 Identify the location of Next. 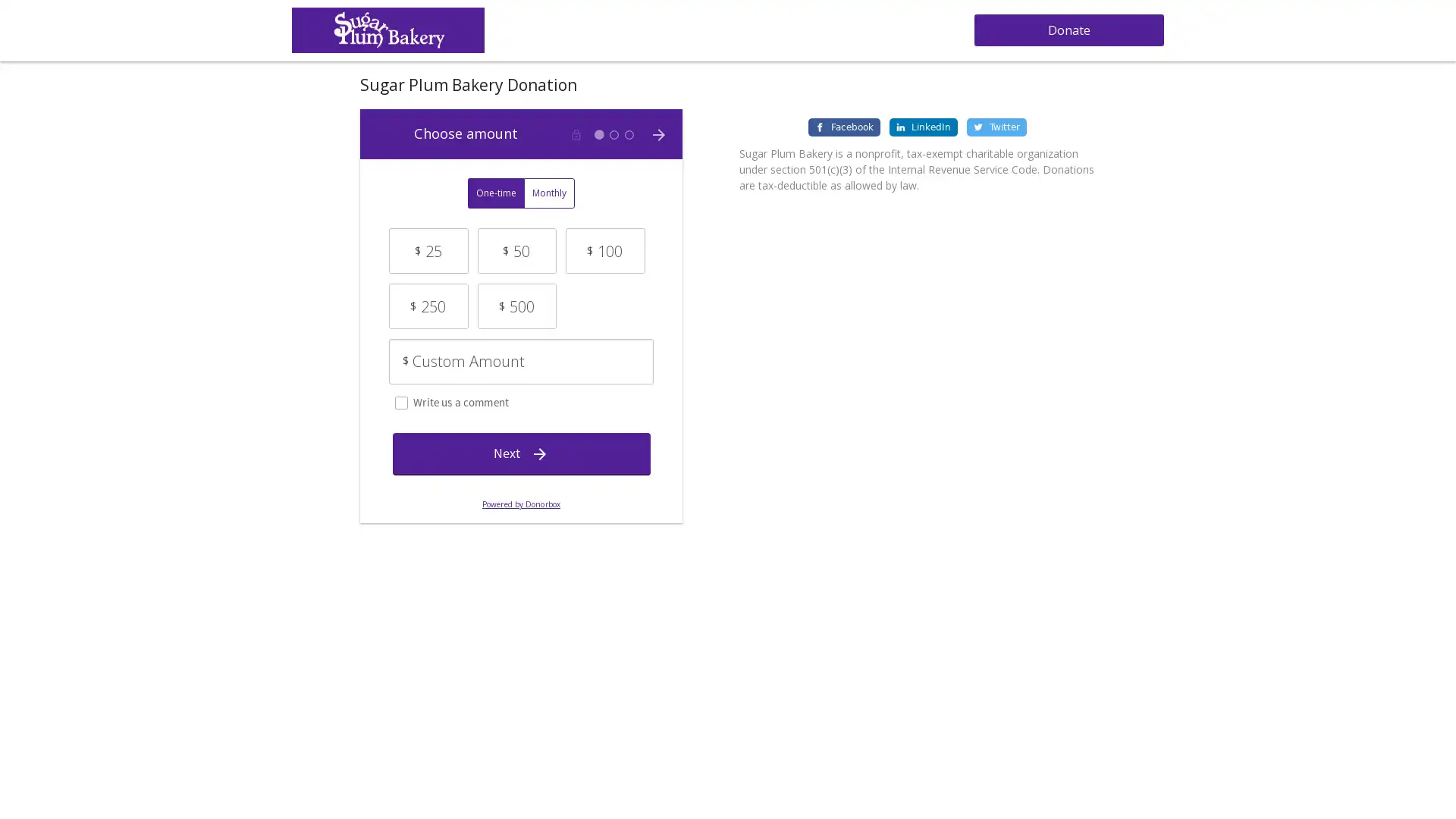
(520, 452).